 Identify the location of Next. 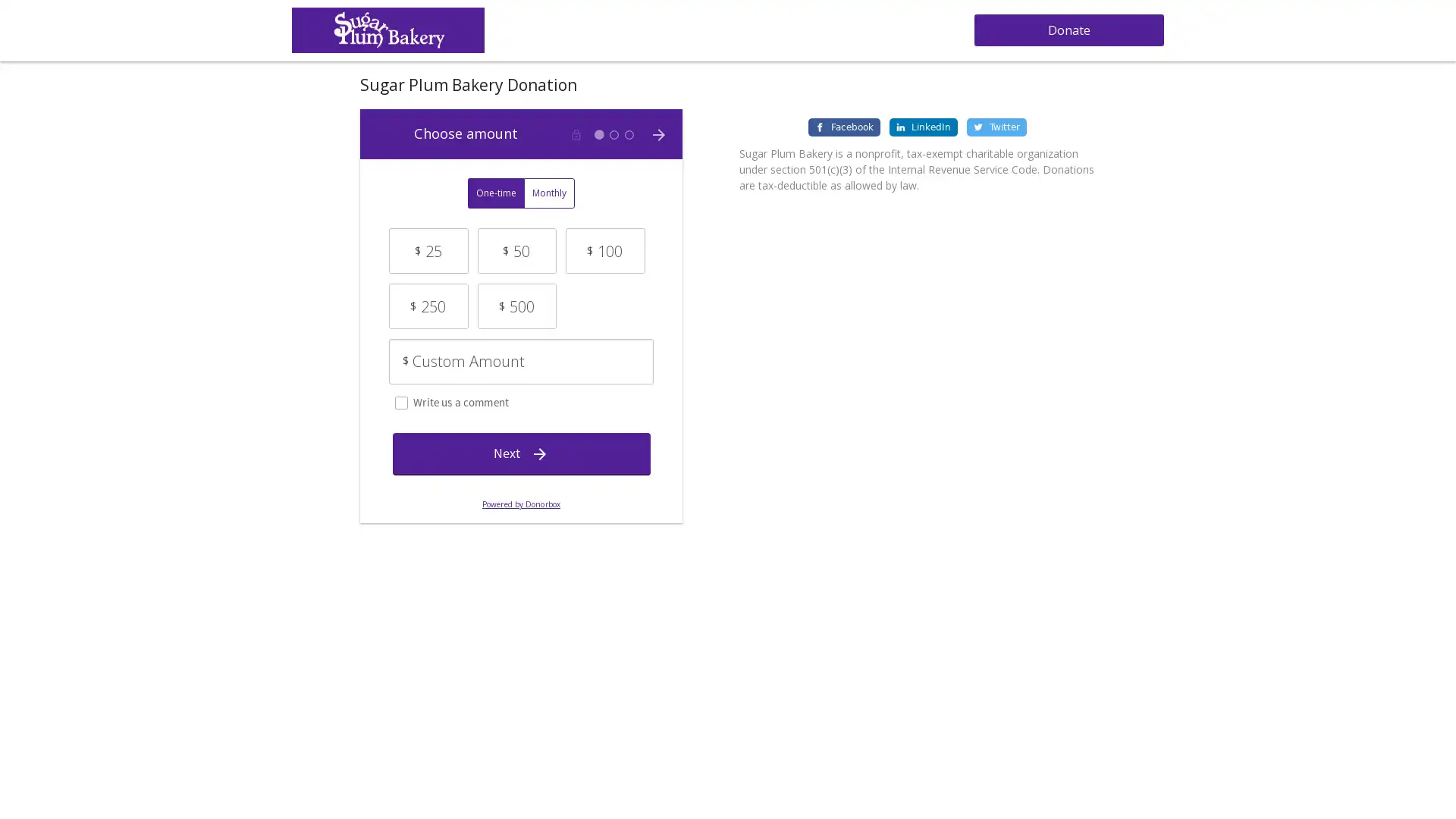
(520, 452).